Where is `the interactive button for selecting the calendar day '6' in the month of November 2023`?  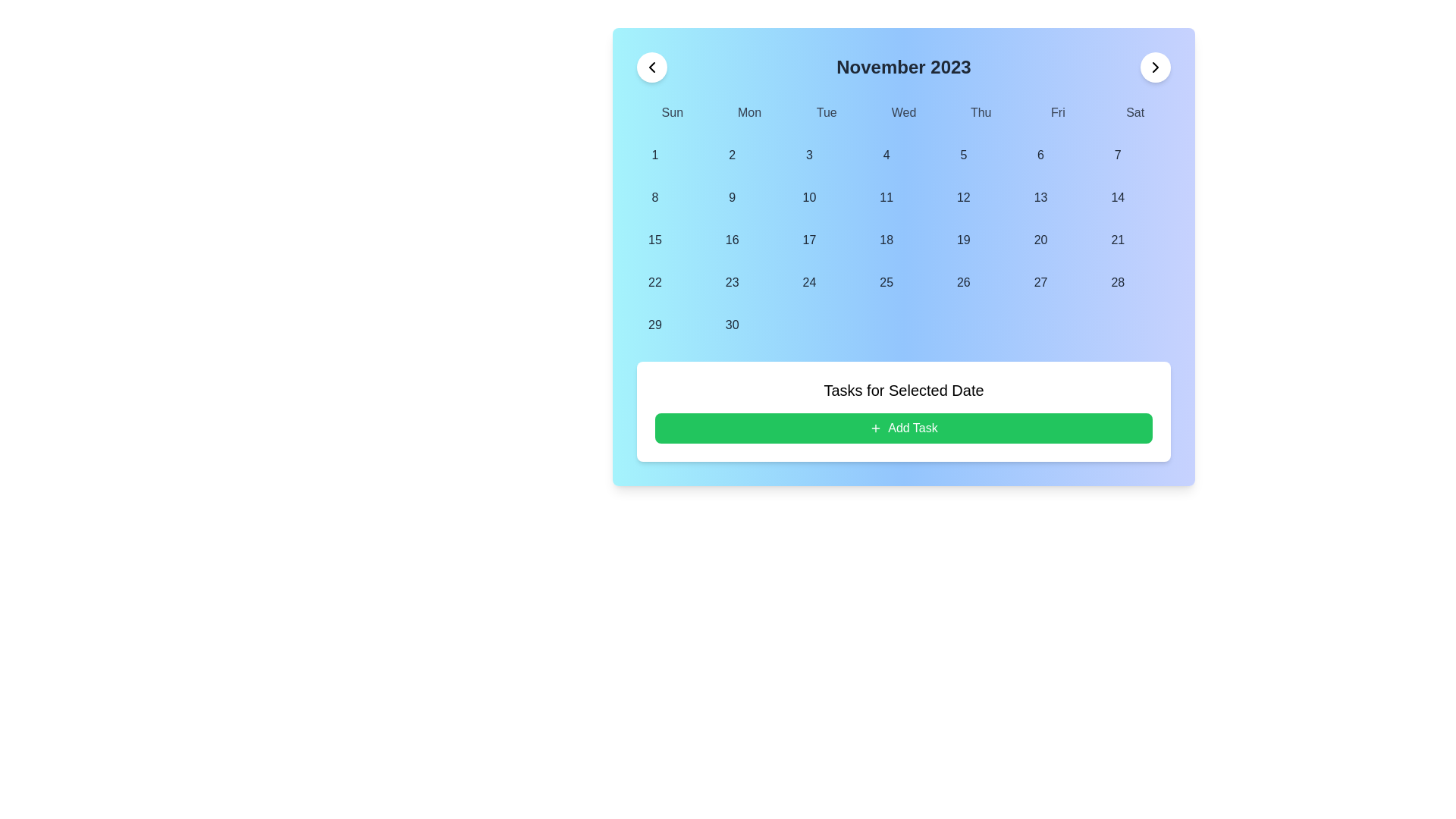 the interactive button for selecting the calendar day '6' in the month of November 2023 is located at coordinates (1040, 155).